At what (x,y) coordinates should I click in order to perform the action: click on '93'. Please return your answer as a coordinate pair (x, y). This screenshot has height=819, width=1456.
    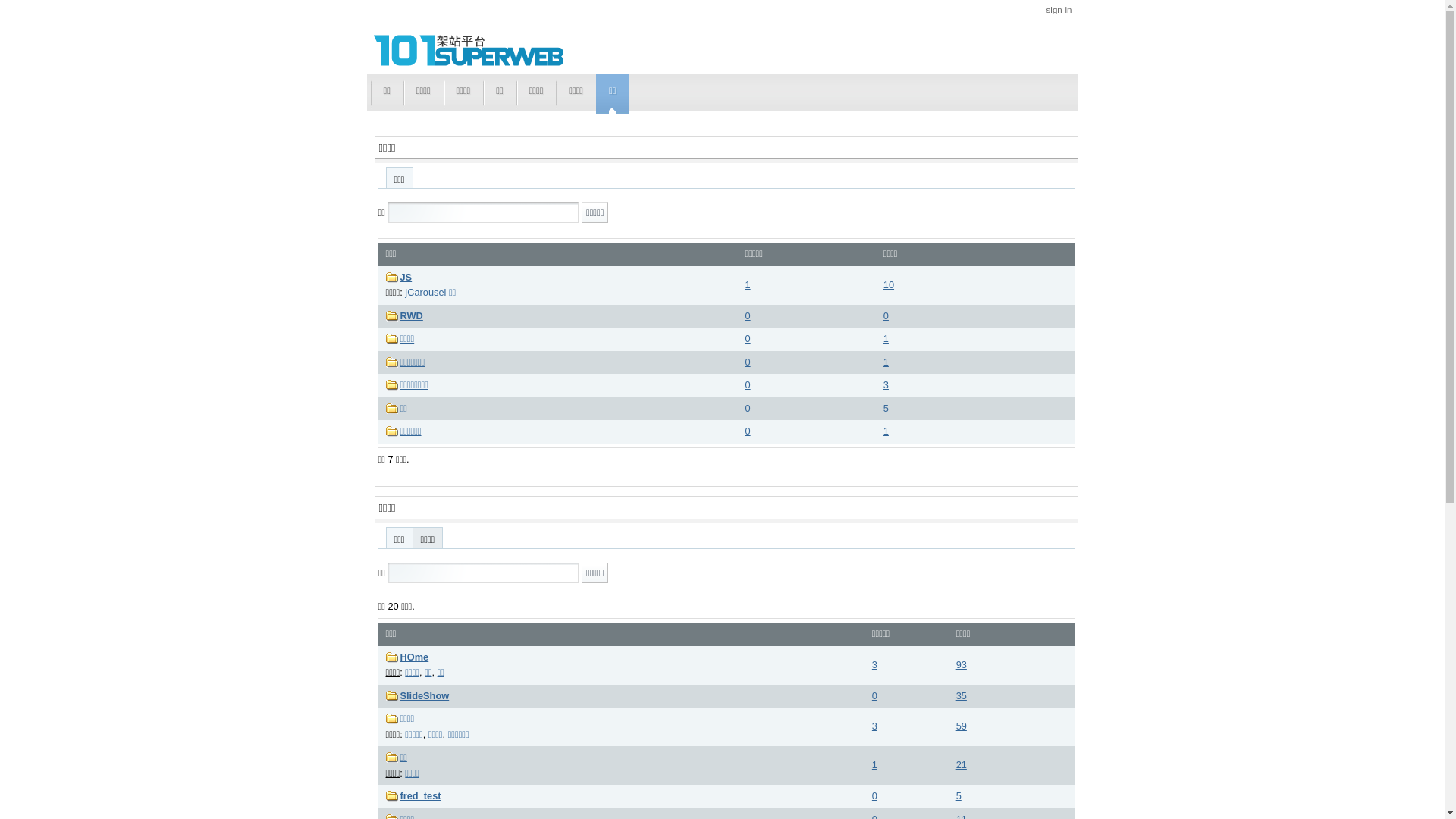
    Looking at the image, I should click on (960, 664).